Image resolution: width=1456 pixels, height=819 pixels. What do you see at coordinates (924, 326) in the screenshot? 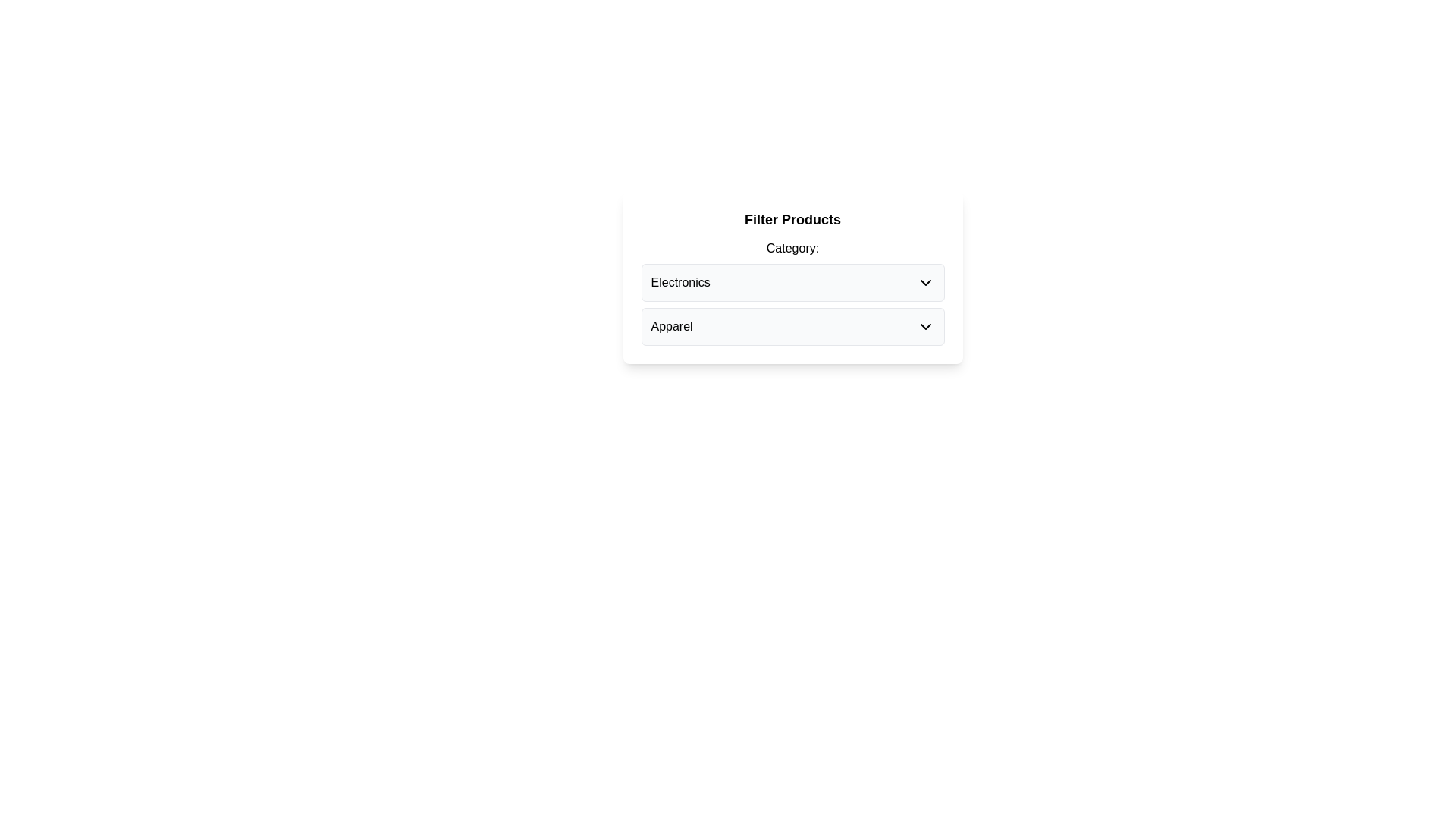
I see `the downward pointing chevron icon that serves as the dropdown indicator for the 'Apparel' item to possibly prompt a visual change` at bounding box center [924, 326].